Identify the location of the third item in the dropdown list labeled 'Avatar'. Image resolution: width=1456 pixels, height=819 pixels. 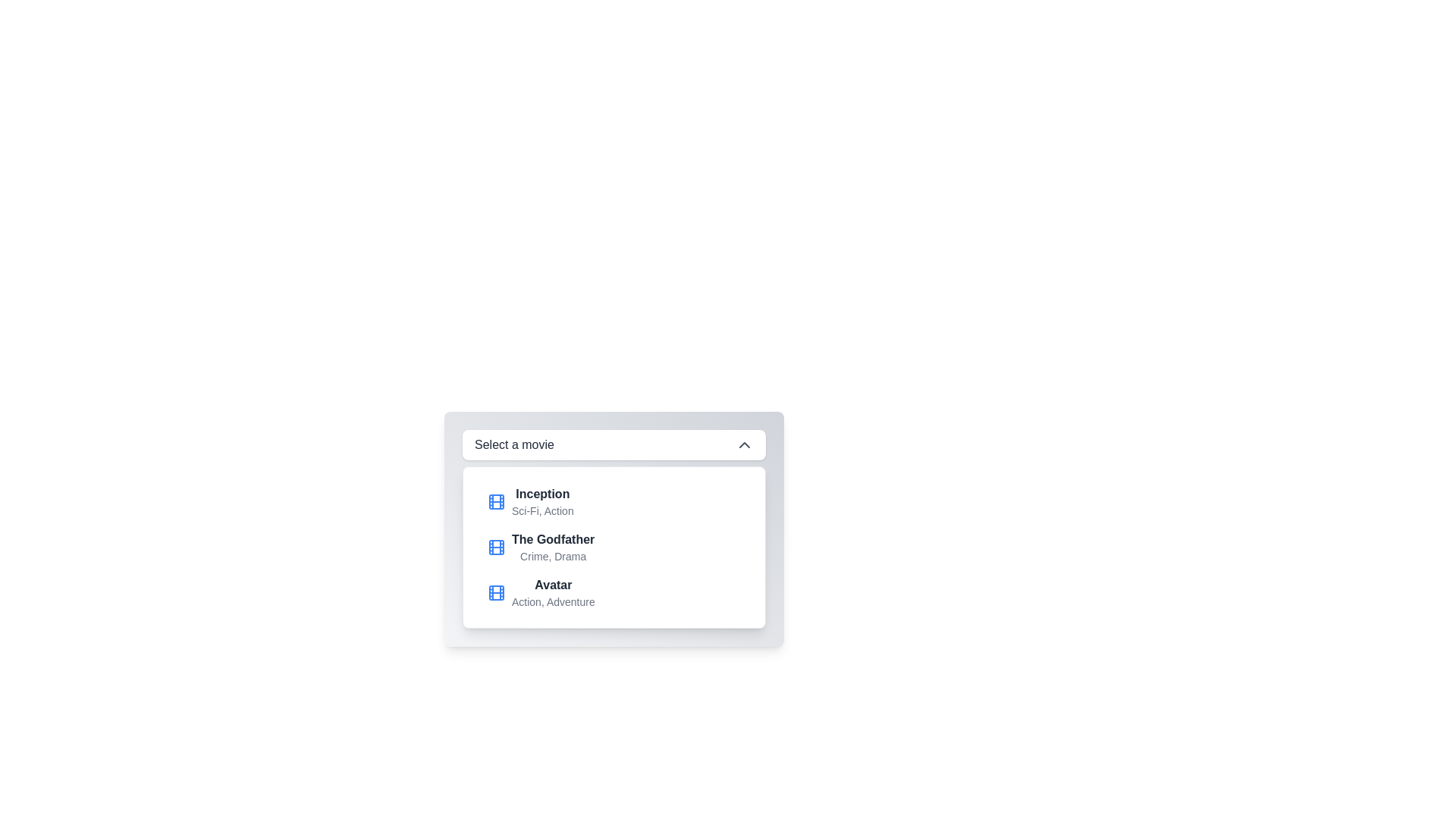
(614, 592).